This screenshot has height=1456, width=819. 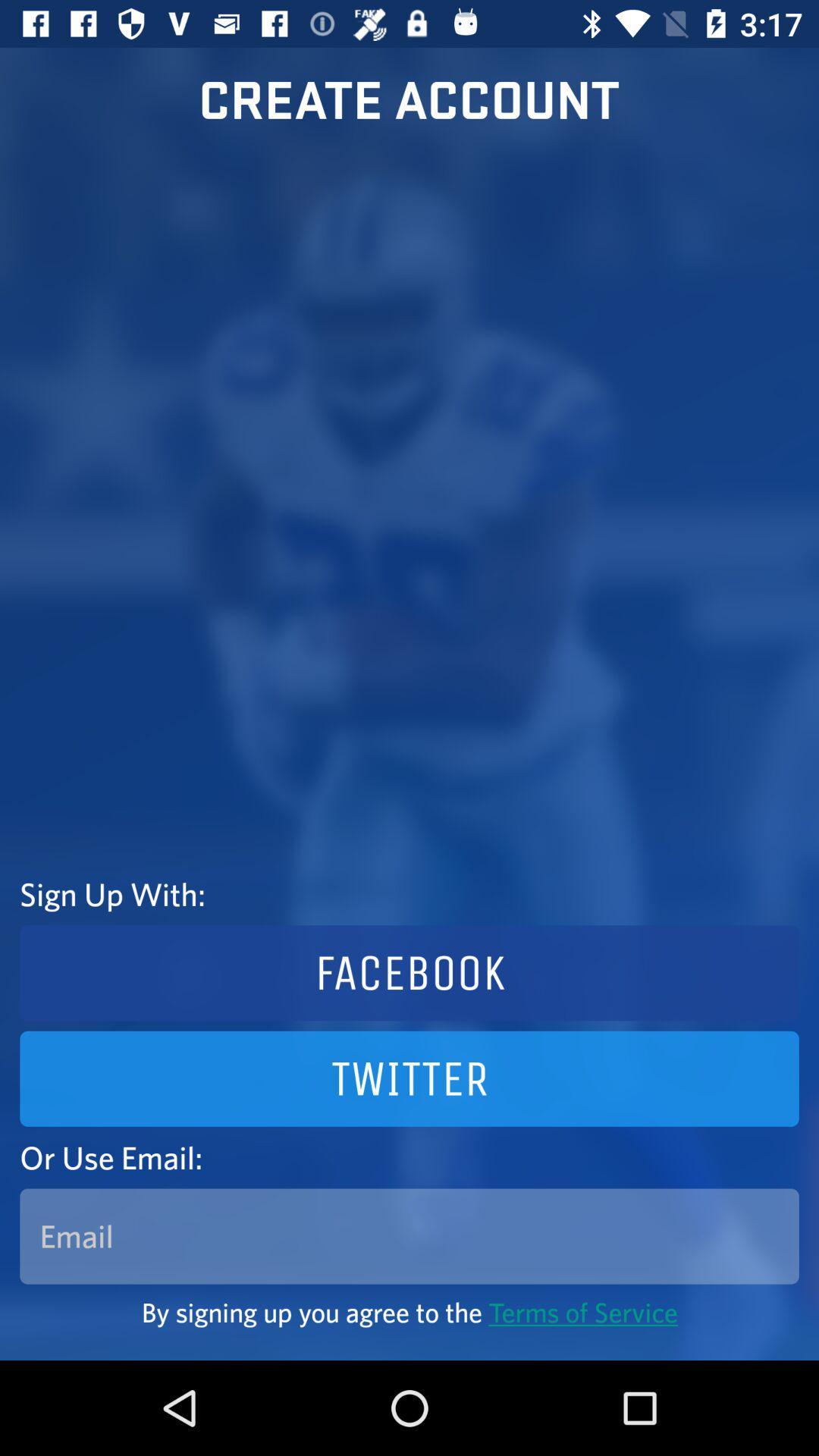 I want to click on twitter item, so click(x=409, y=1078).